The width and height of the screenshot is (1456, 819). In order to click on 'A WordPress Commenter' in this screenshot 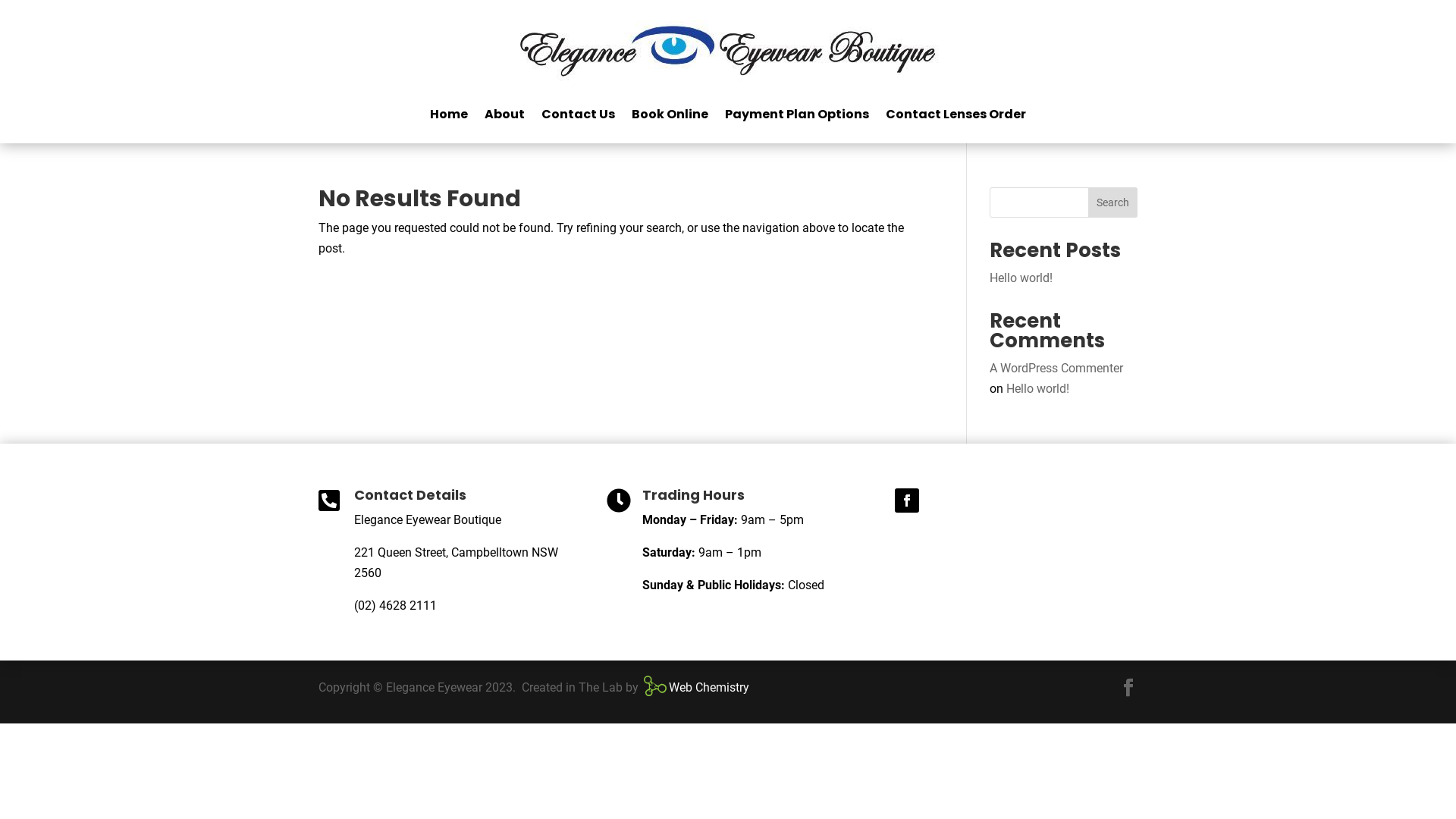, I will do `click(1055, 368)`.